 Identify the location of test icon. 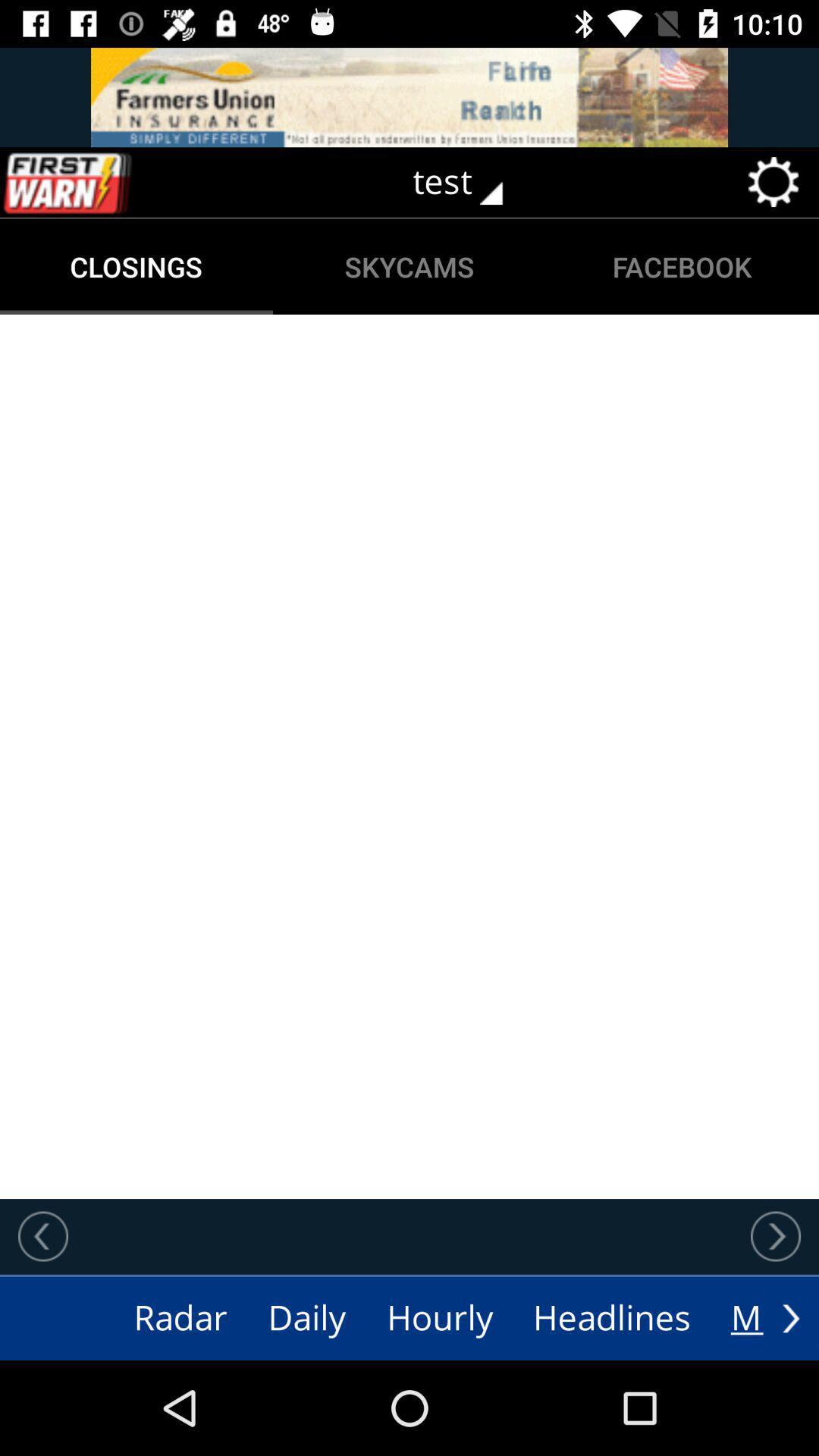
(467, 182).